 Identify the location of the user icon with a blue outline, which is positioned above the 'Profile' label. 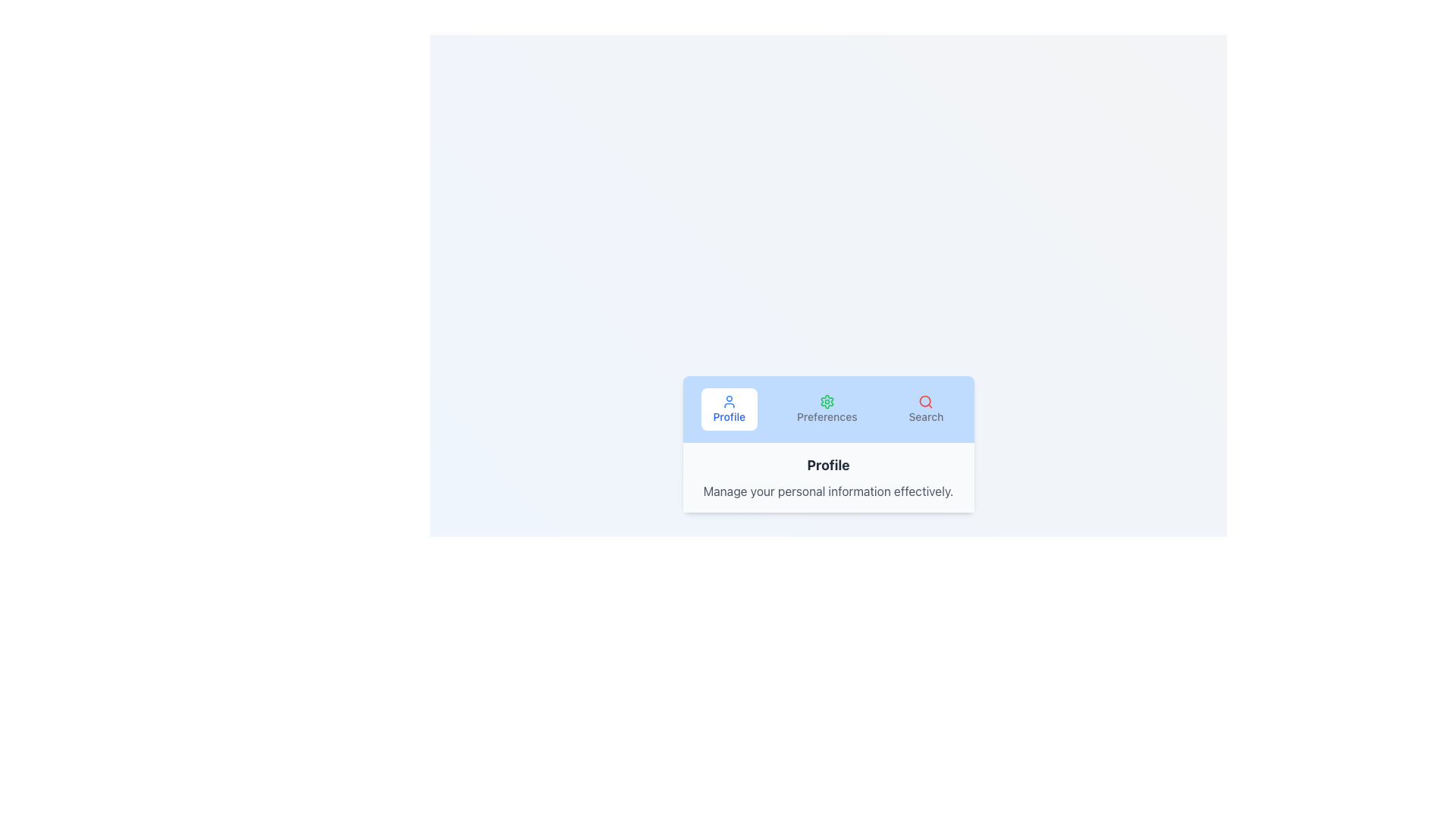
(729, 400).